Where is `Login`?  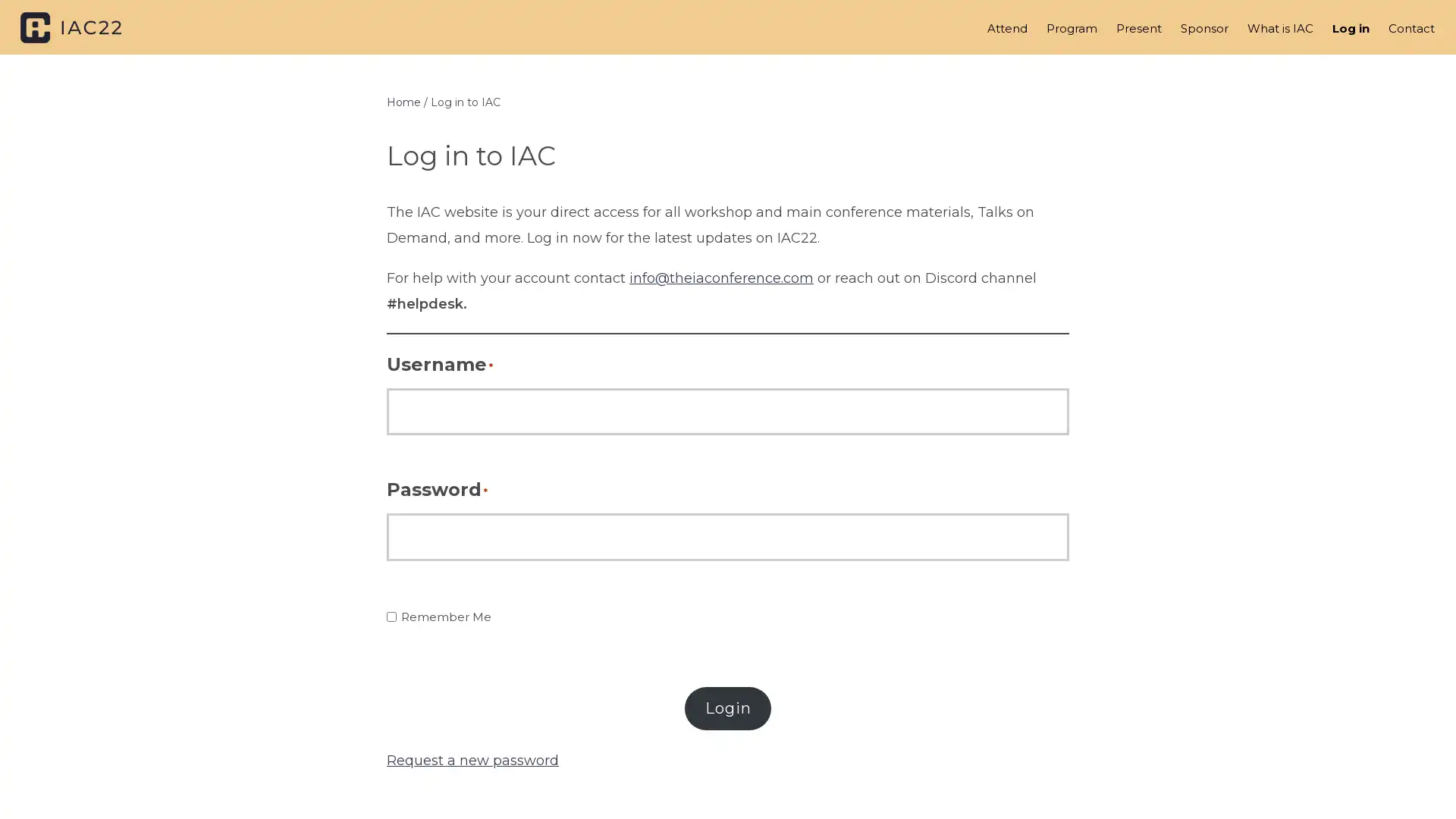
Login is located at coordinates (726, 708).